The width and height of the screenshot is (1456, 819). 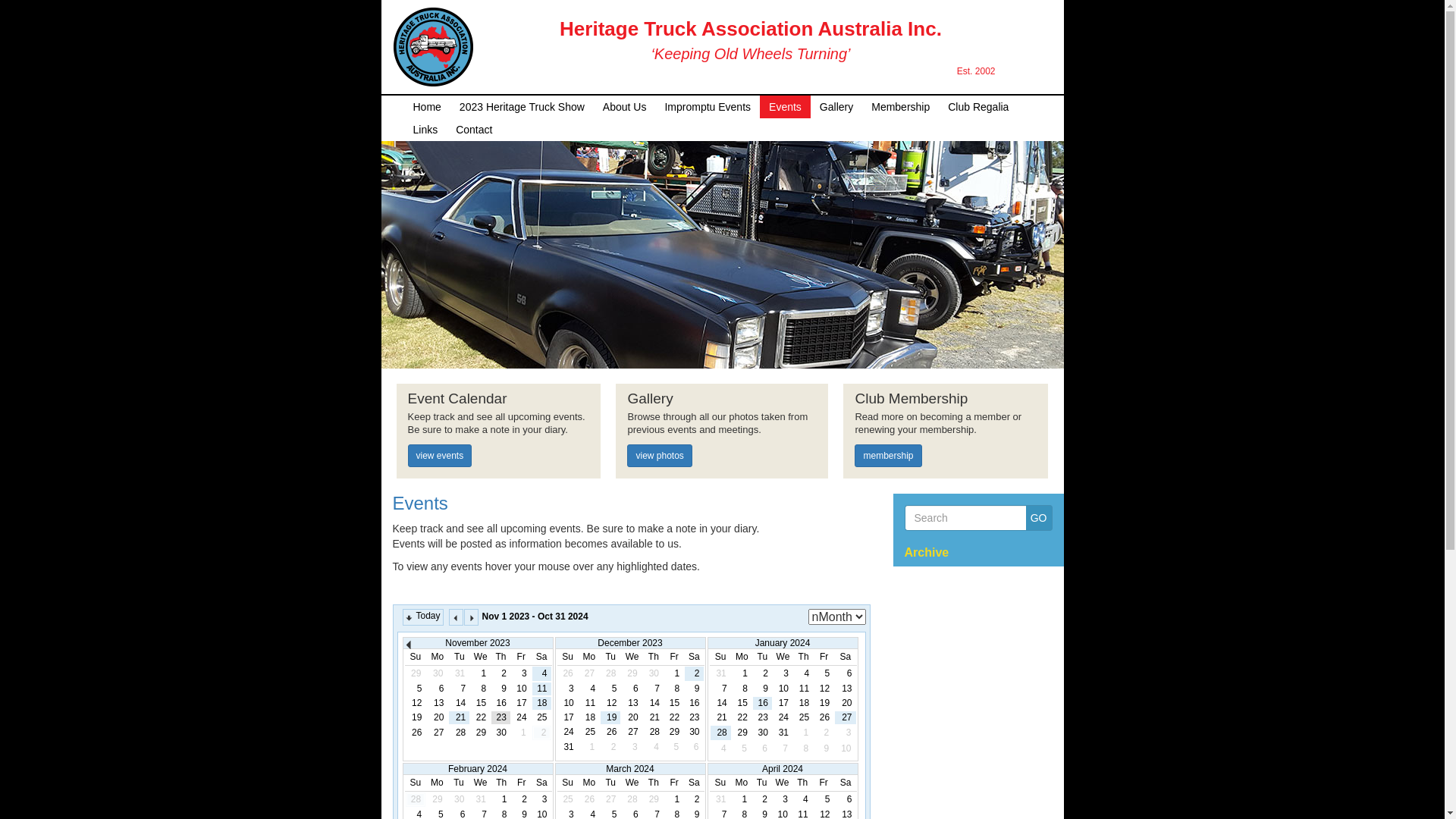 I want to click on '10', so click(x=557, y=703).